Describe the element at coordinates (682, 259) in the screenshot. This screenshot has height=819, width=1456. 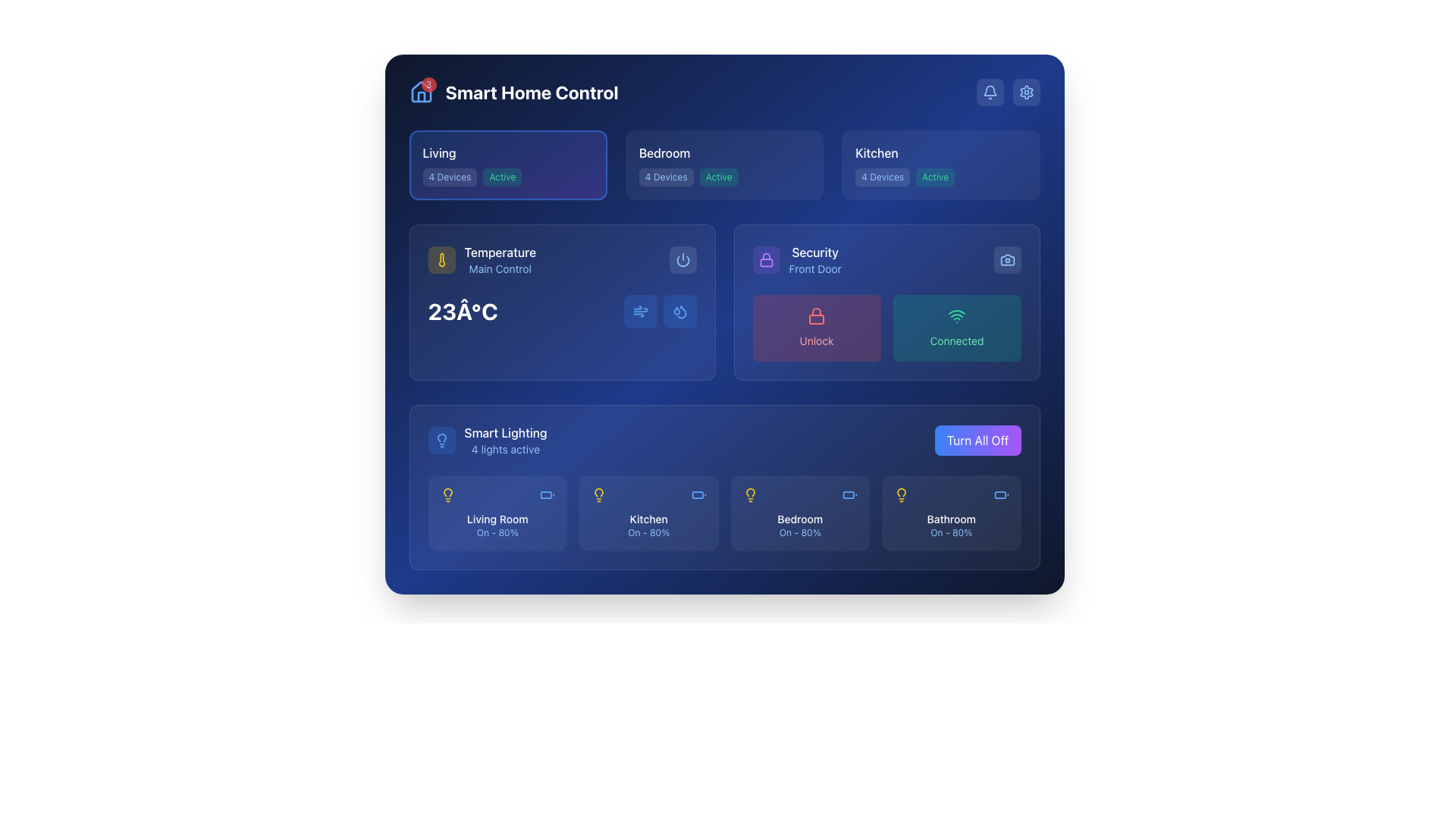
I see `the blue circular power symbol icon located in the top-right corner of the 'Temperature' card` at that location.